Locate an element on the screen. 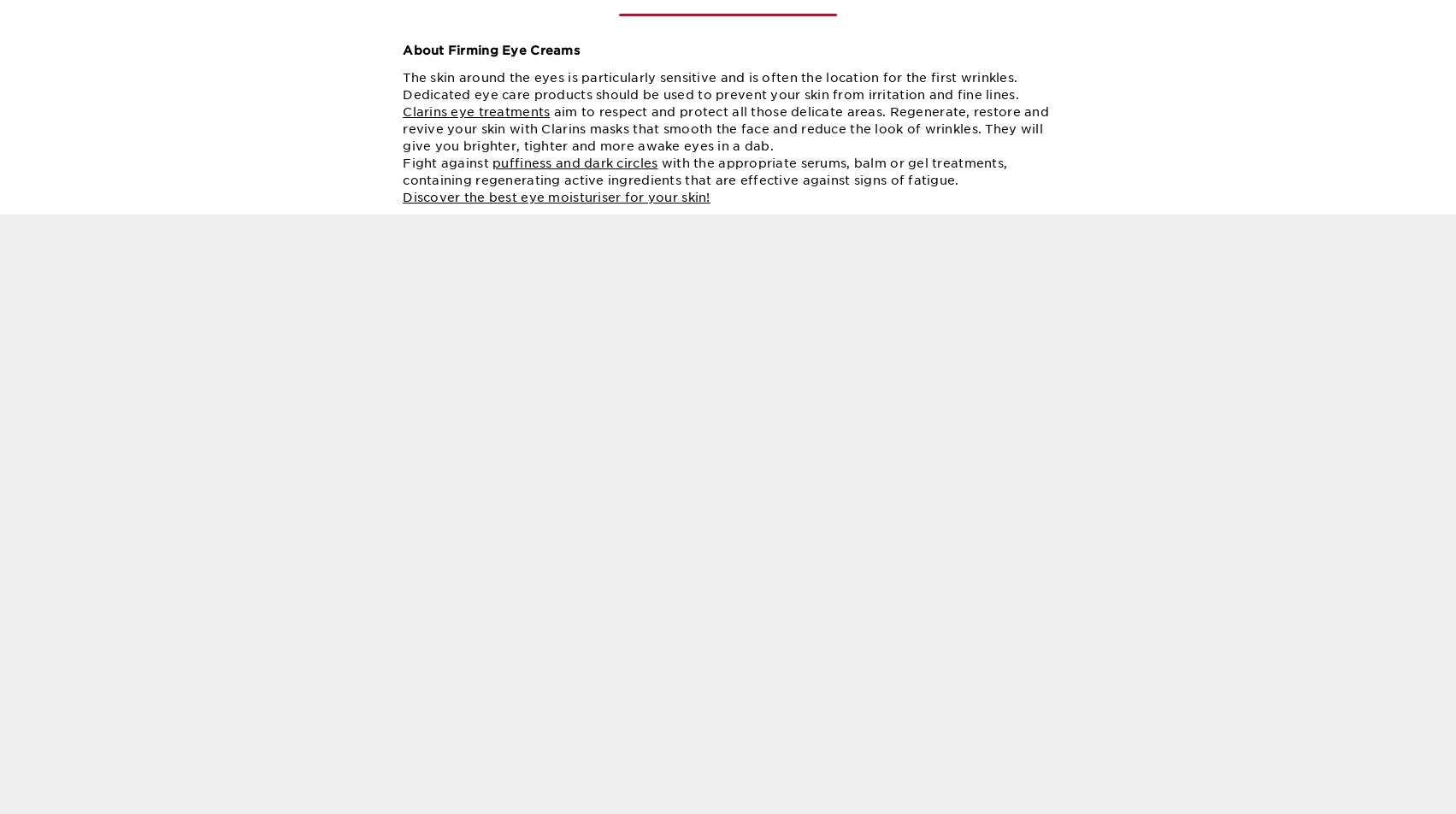 This screenshot has height=814, width=1456. 'MADE IN FRANCE*' is located at coordinates (958, 687).